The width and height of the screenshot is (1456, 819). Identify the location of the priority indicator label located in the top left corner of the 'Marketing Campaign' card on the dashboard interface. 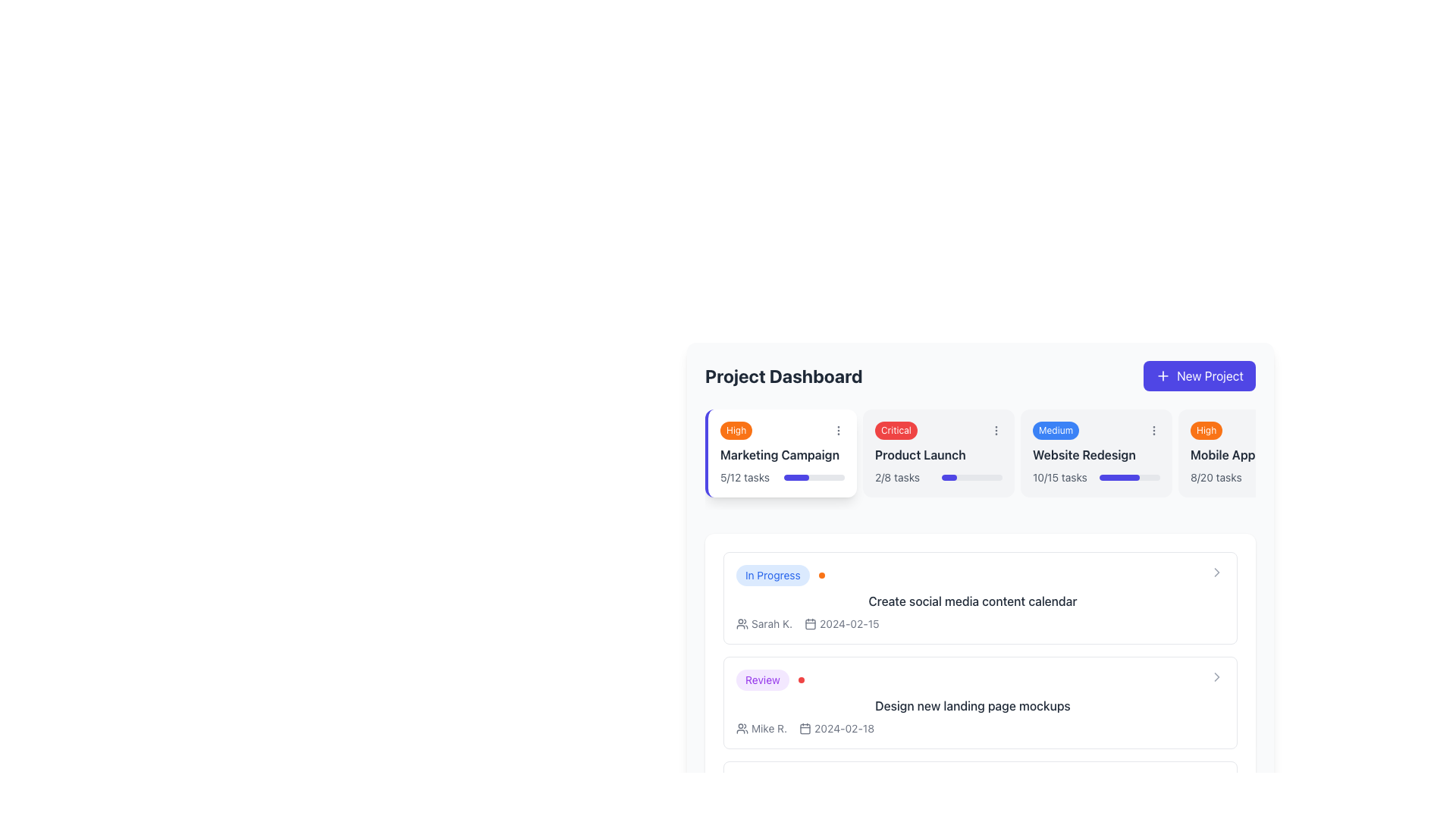
(736, 430).